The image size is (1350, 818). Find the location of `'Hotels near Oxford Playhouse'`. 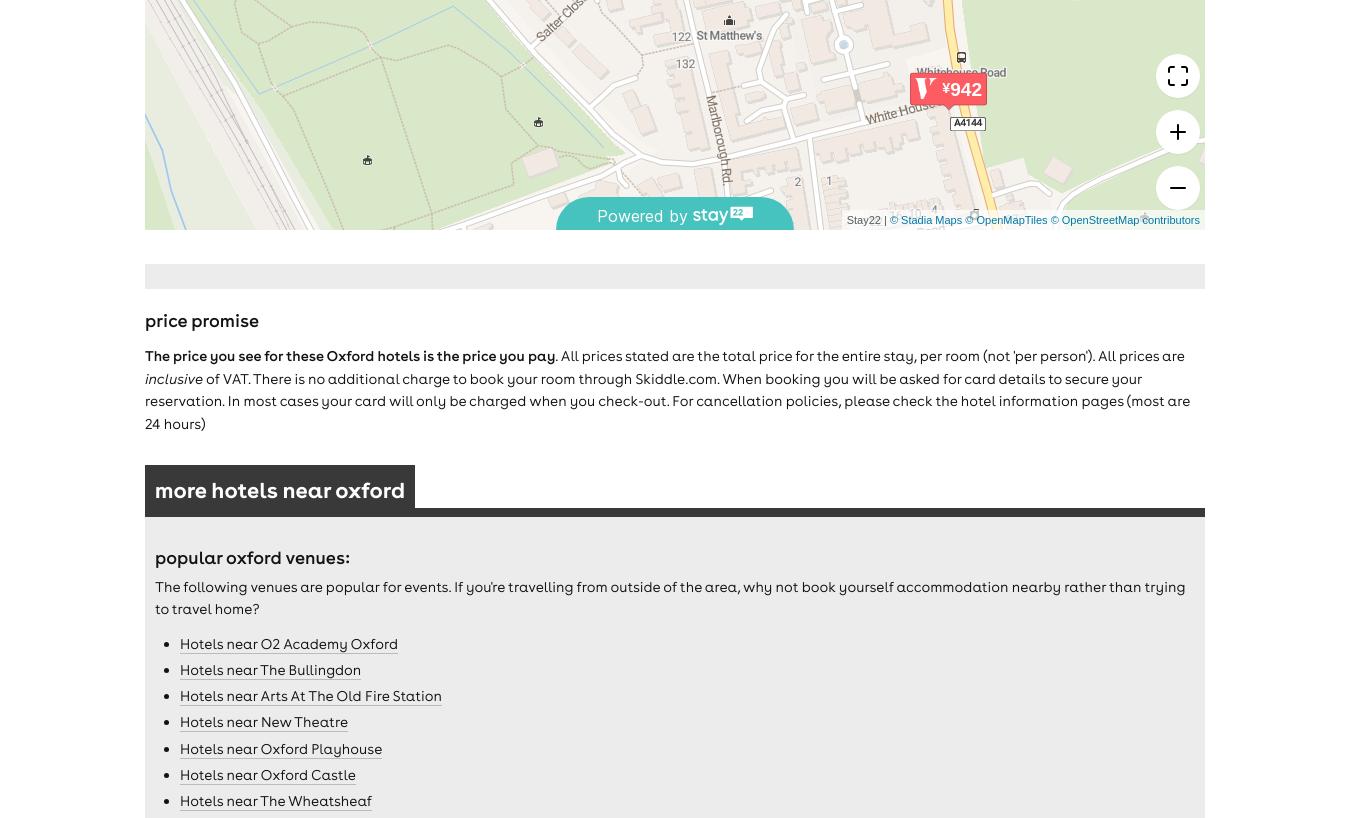

'Hotels near Oxford Playhouse' is located at coordinates (179, 746).